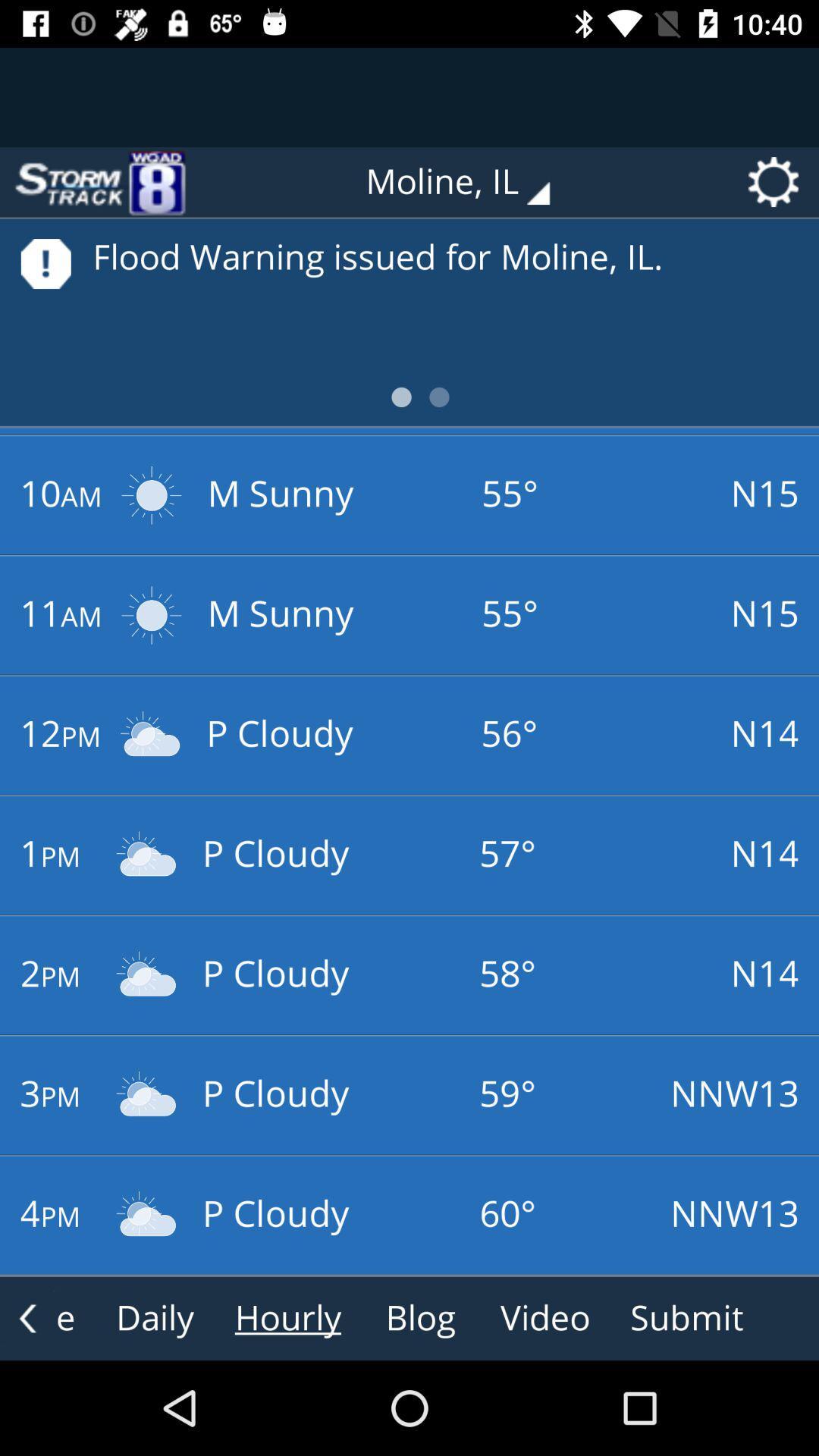 This screenshot has width=819, height=1456. What do you see at coordinates (421, 1317) in the screenshot?
I see `the text right to hourly` at bounding box center [421, 1317].